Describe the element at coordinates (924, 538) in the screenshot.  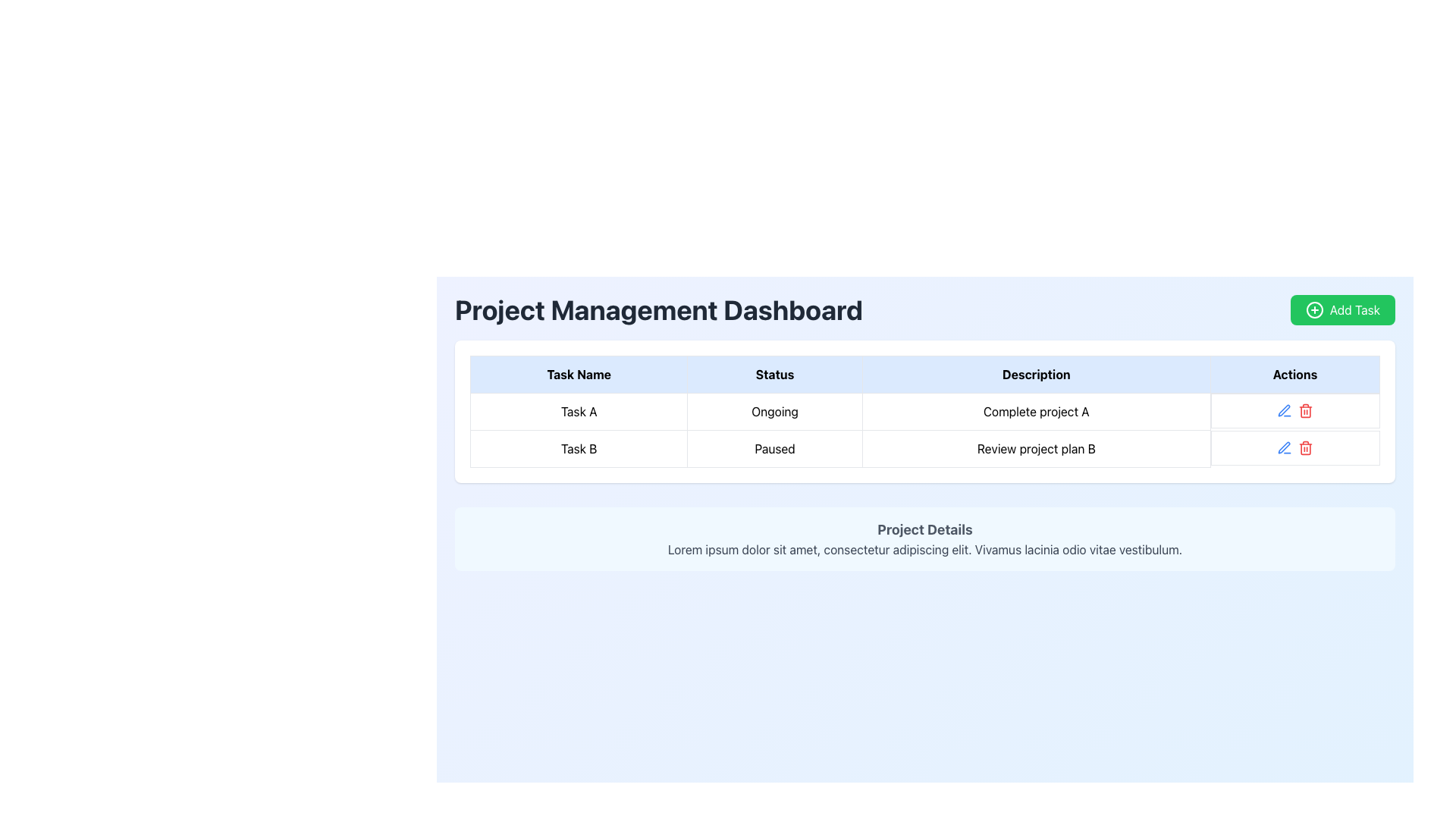
I see `the informational section with a light blue background and rounded corners that displays 'Project Details' at the top` at that location.